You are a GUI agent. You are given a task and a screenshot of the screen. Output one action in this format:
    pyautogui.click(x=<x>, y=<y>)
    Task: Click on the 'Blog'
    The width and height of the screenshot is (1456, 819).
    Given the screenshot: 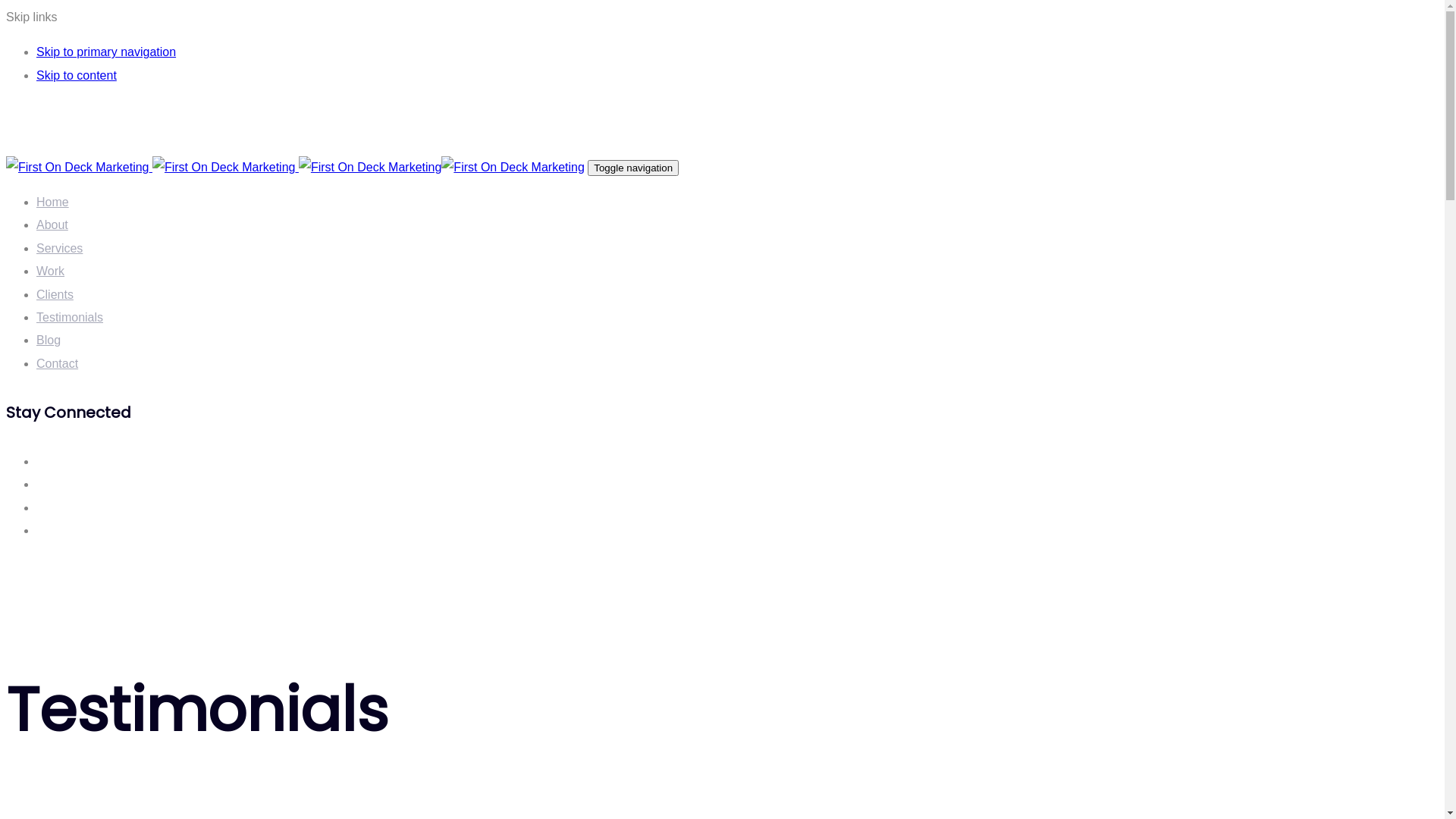 What is the action you would take?
    pyautogui.click(x=48, y=339)
    